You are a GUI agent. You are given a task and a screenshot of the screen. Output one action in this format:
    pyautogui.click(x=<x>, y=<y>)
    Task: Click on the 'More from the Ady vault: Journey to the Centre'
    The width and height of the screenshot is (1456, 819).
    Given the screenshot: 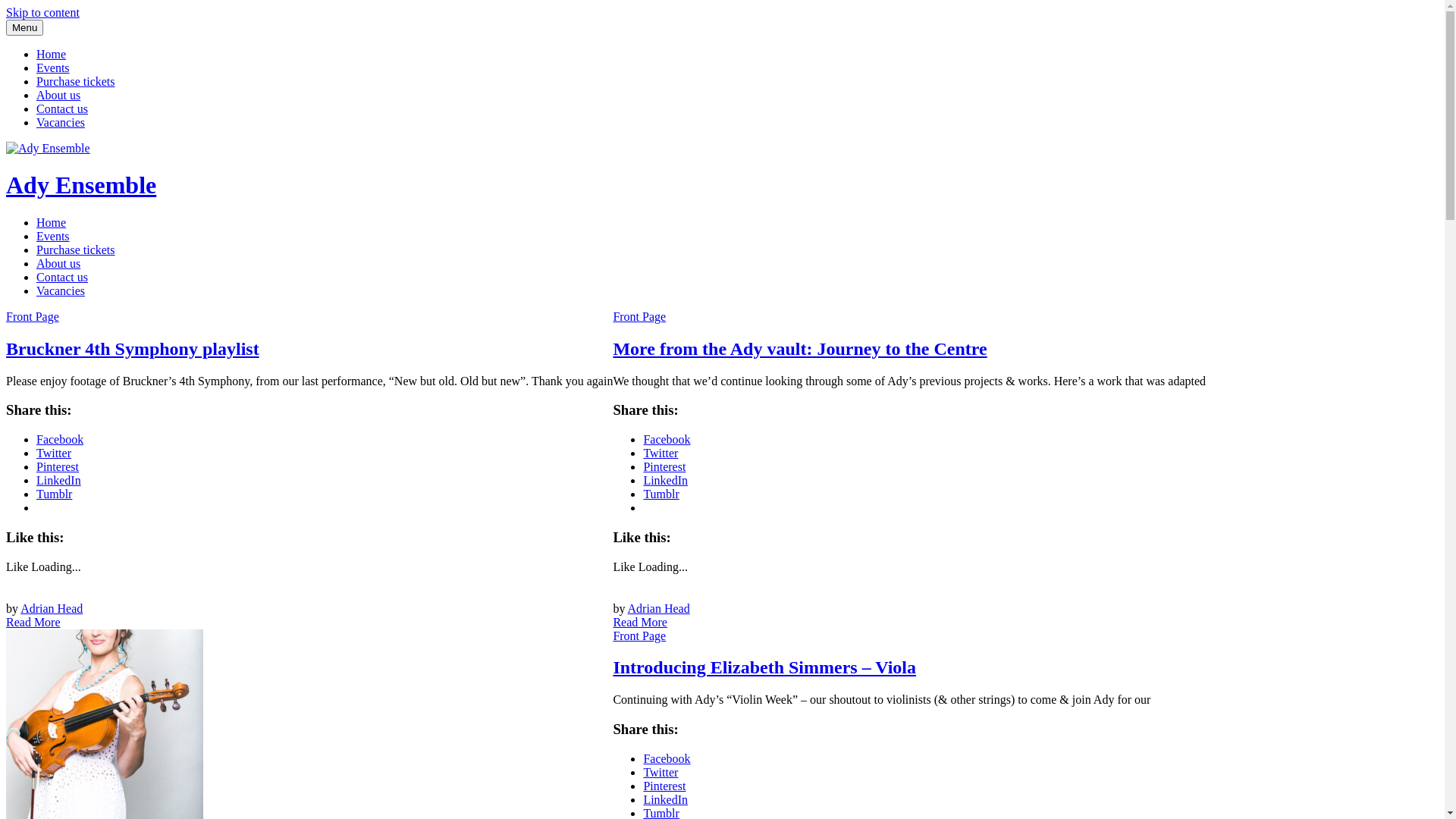 What is the action you would take?
    pyautogui.click(x=799, y=348)
    